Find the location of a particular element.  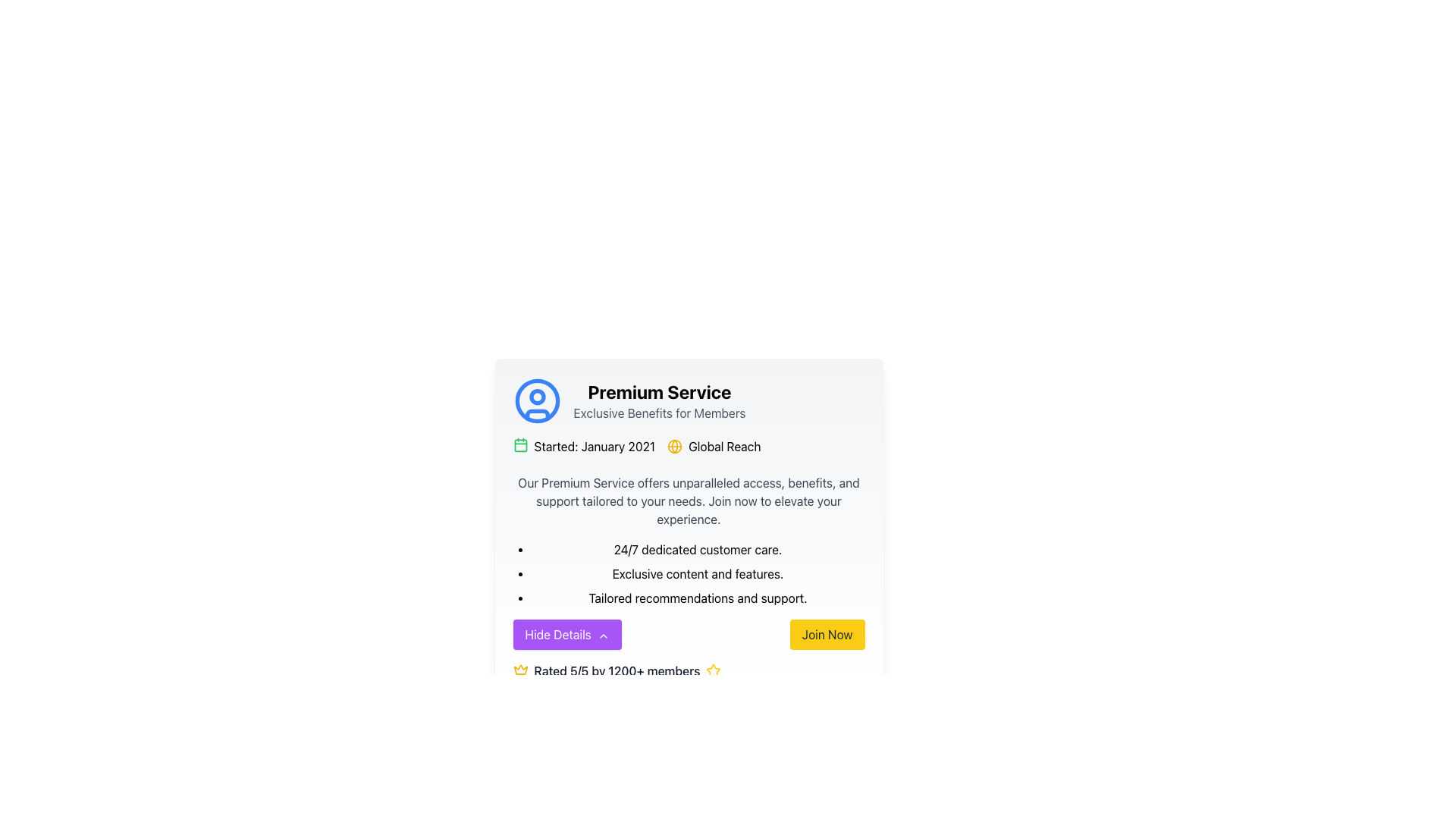

the yellow star icon located at the rightmost section of the rating cluster, adjacent to the 'Rated 5/5 by 1200+ members' text is located at coordinates (713, 670).